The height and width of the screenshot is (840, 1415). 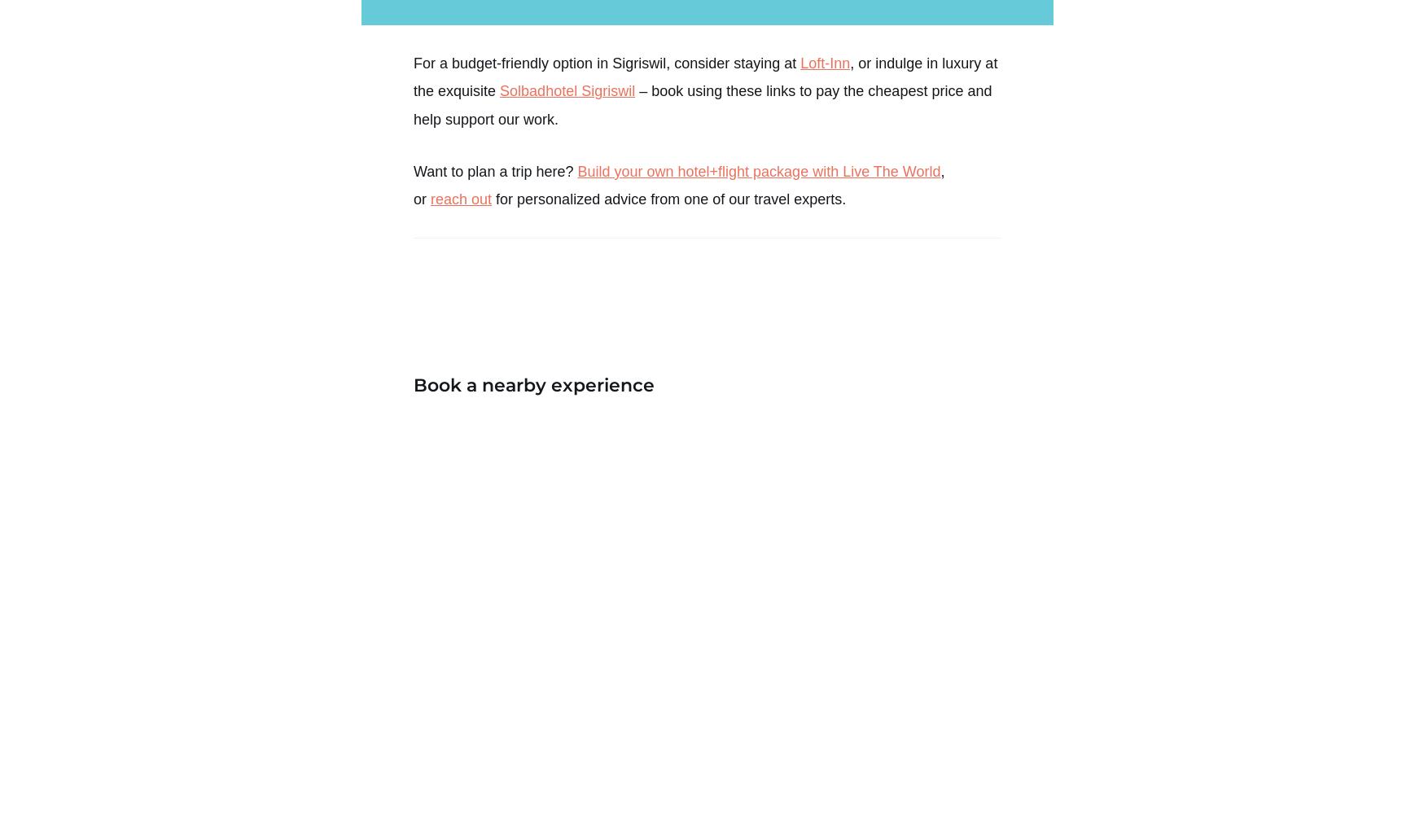 What do you see at coordinates (567, 90) in the screenshot?
I see `'Solbadhotel Sigriswil'` at bounding box center [567, 90].